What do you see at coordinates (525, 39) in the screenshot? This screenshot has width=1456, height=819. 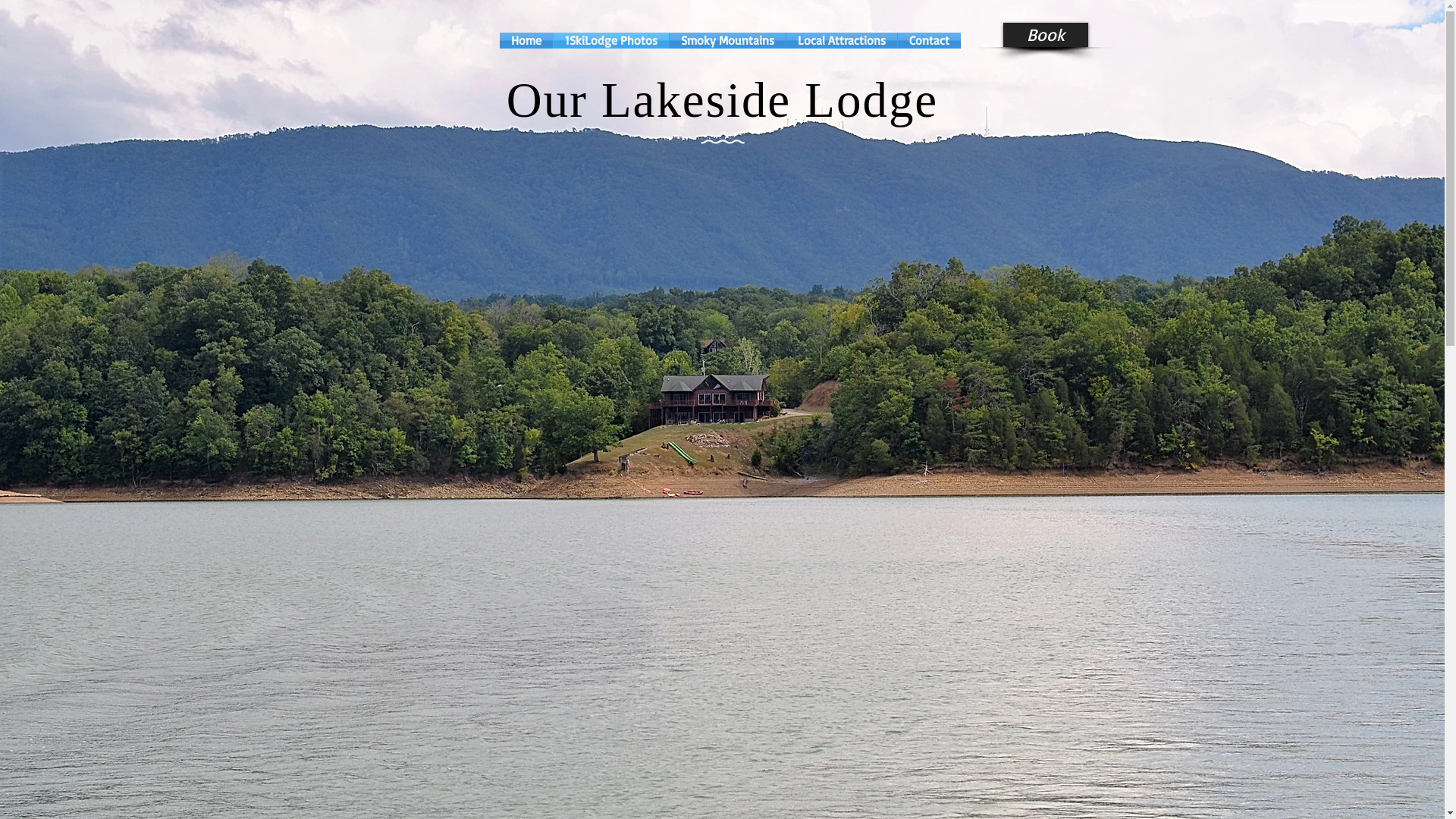 I see `'Home'` at bounding box center [525, 39].